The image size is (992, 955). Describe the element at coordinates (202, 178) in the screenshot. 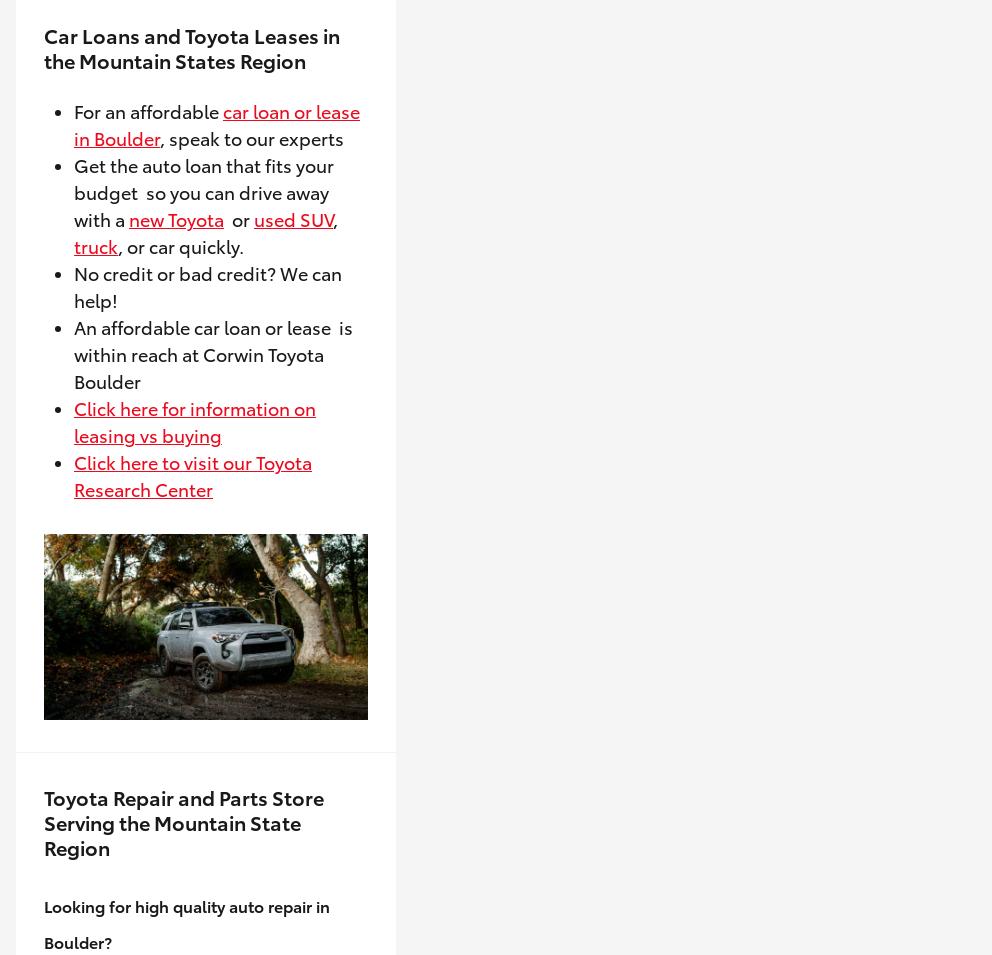

I see `'Get the auto loan that fits your budget'` at that location.